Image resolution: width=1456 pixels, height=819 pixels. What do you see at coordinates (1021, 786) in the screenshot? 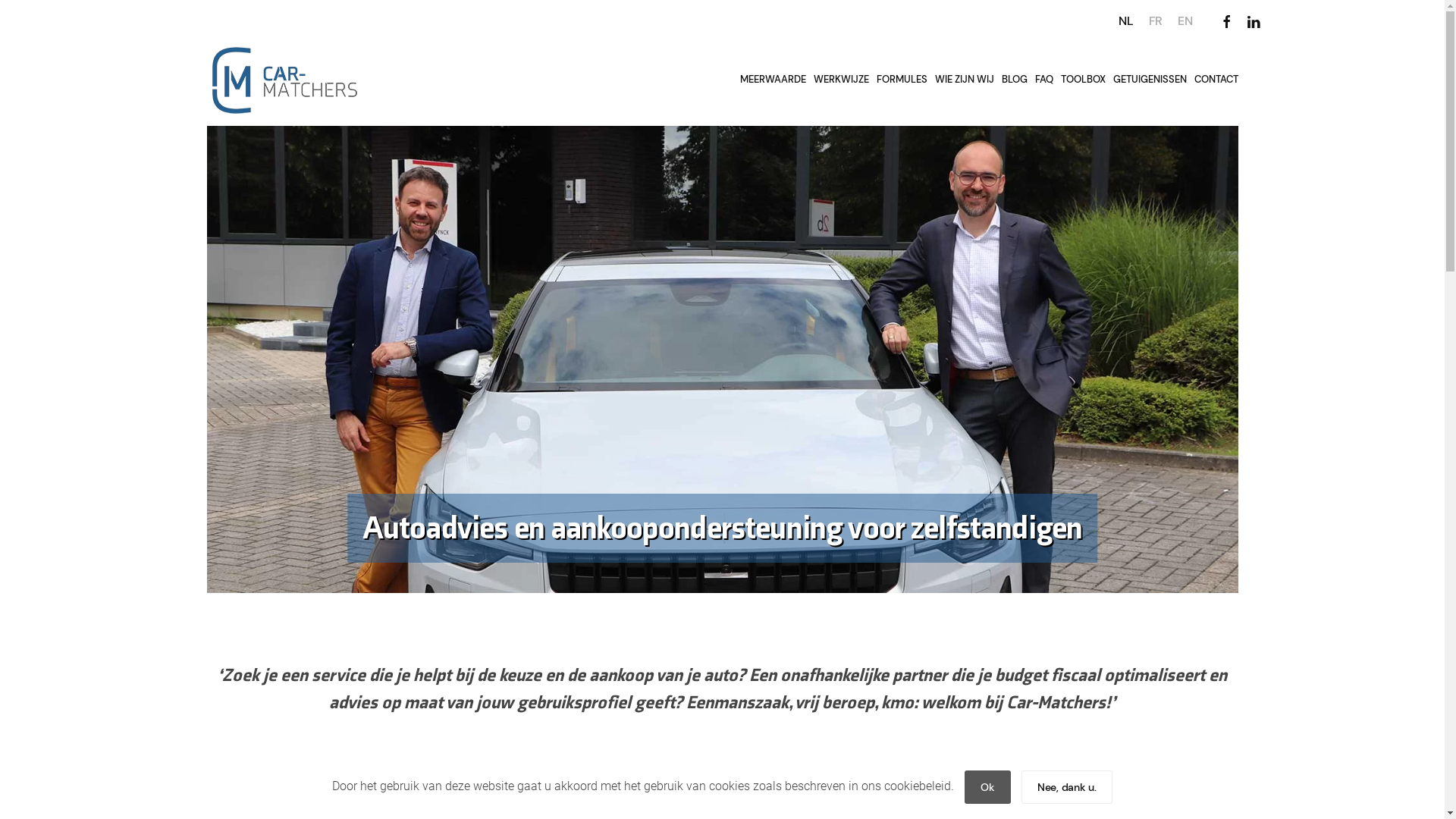
I see `'Nee, dank u.'` at bounding box center [1021, 786].